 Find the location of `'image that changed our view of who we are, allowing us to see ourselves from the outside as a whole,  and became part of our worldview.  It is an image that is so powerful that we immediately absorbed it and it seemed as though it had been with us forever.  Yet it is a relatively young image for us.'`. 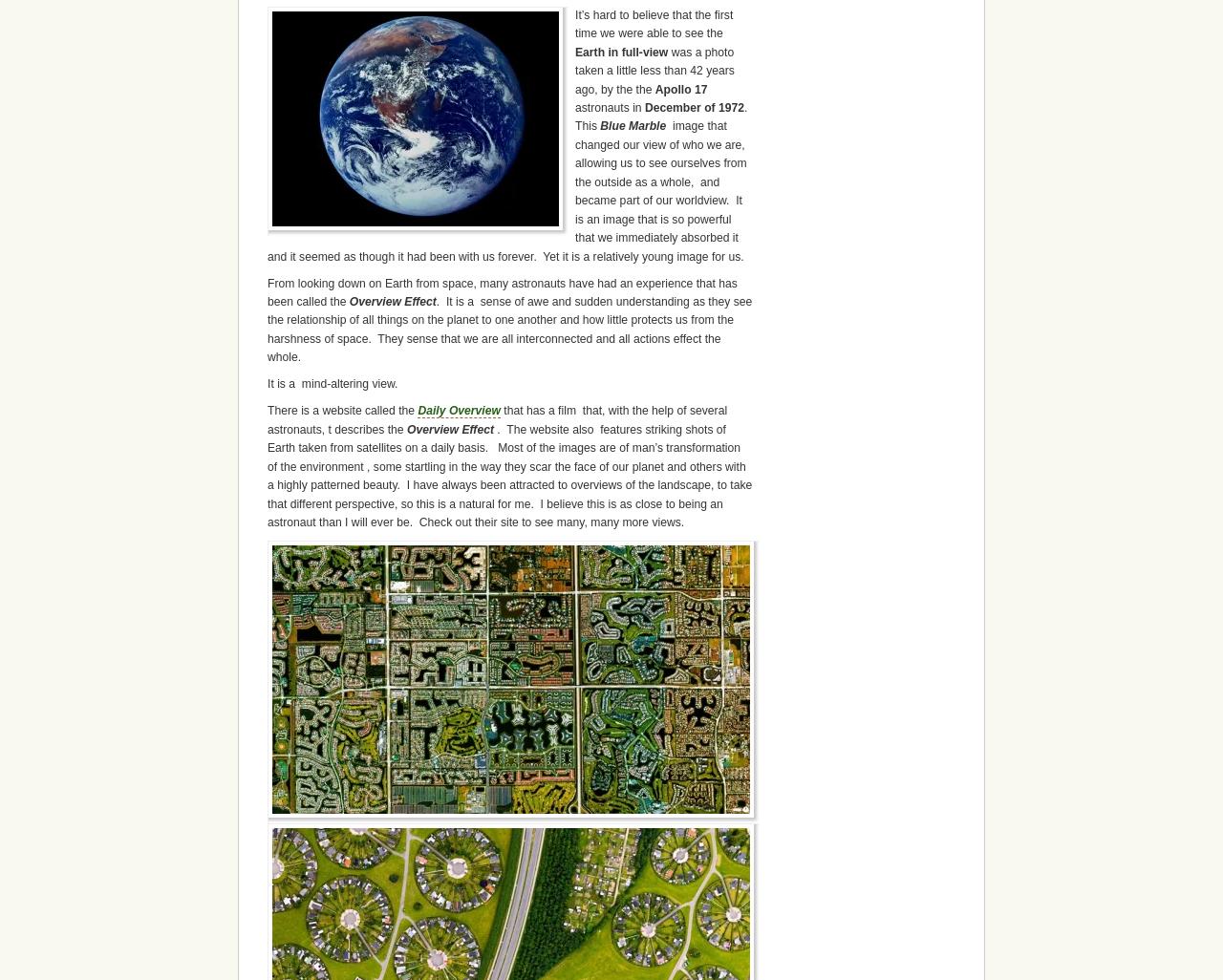

'image that changed our view of who we are, allowing us to see ourselves from the outside as a whole,  and became part of our worldview.  It is an image that is so powerful that we immediately absorbed it and it seemed as though it had been with us forever.  Yet it is a relatively young image for us.' is located at coordinates (506, 189).